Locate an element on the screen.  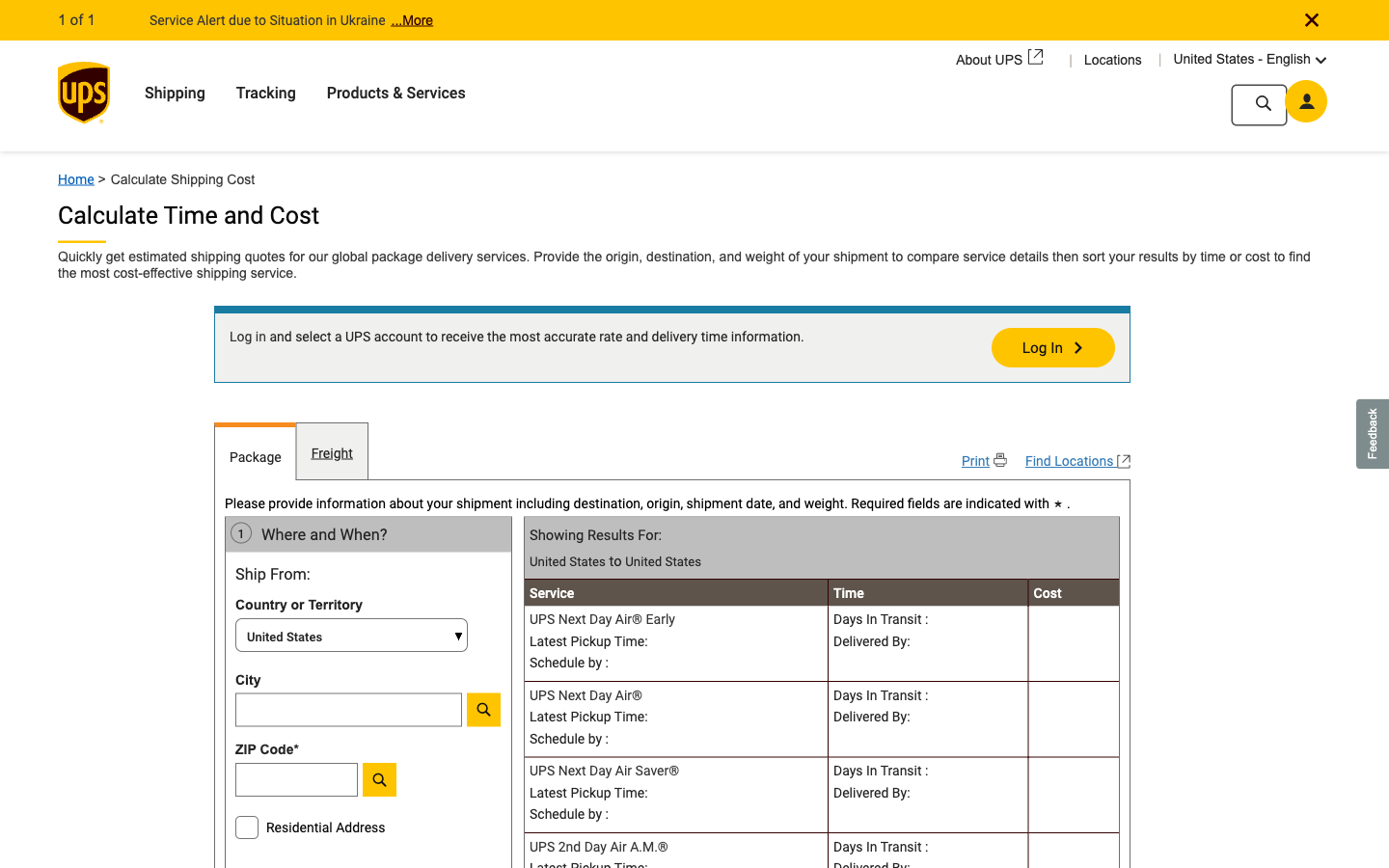
Change the language from English to Spanish is located at coordinates (1310, 57).